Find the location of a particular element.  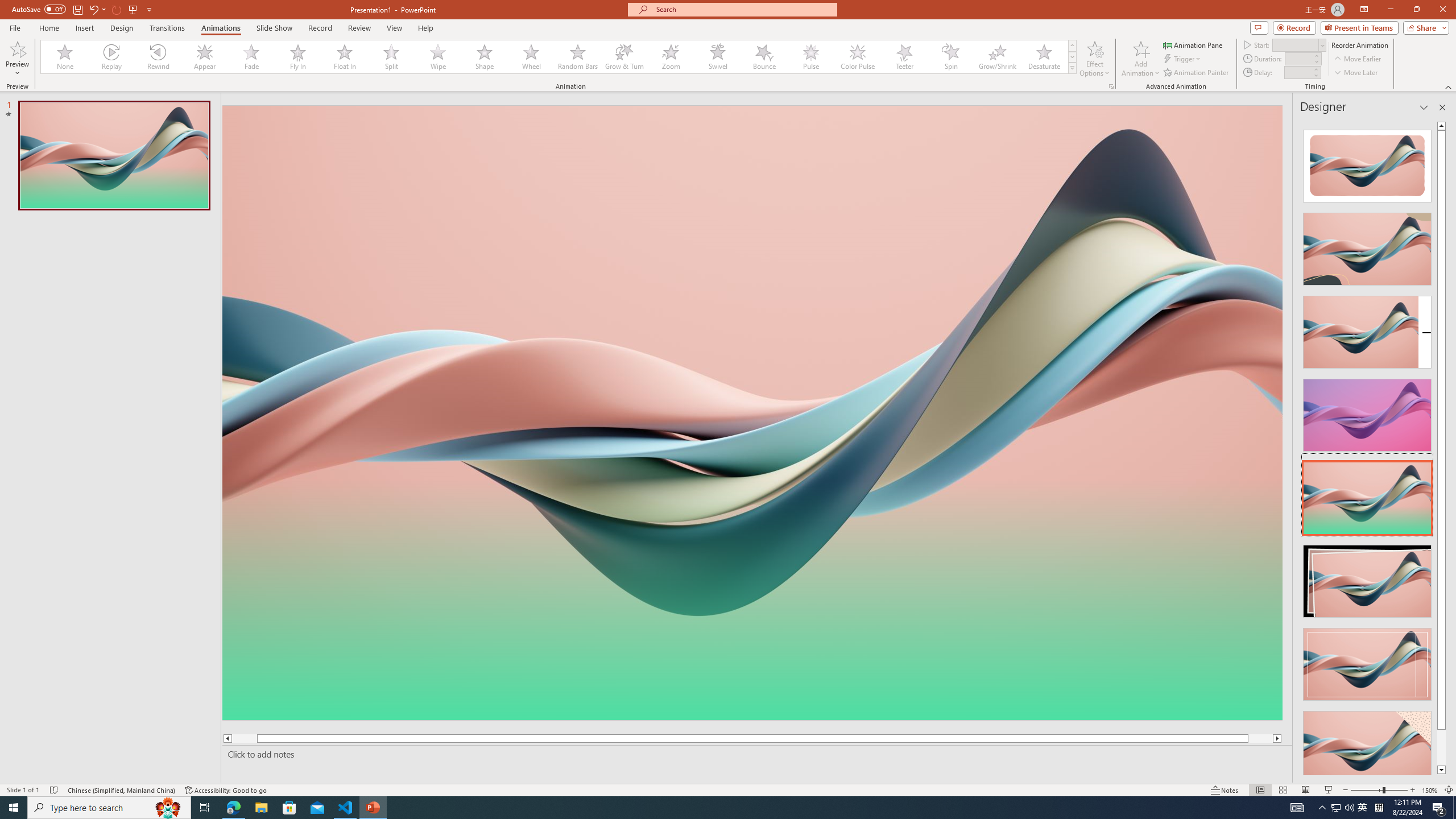

'Redo' is located at coordinates (117, 9).